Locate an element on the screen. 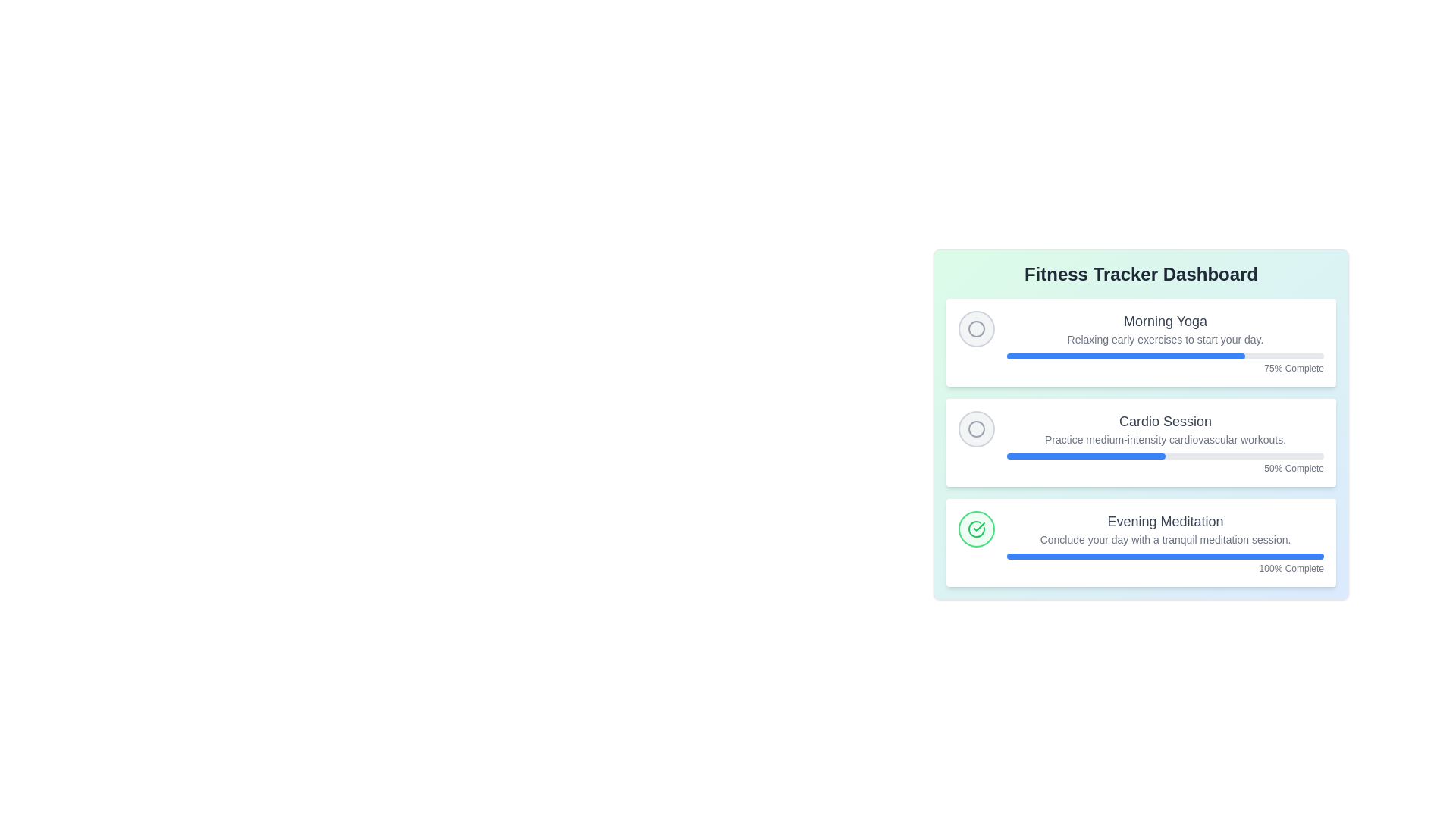 This screenshot has height=819, width=1456. the progress visually by focusing on the progress bar indicating that 50% of the task has been completed, located in the 'Cardio Session' section below the descriptive text is located at coordinates (1085, 455).